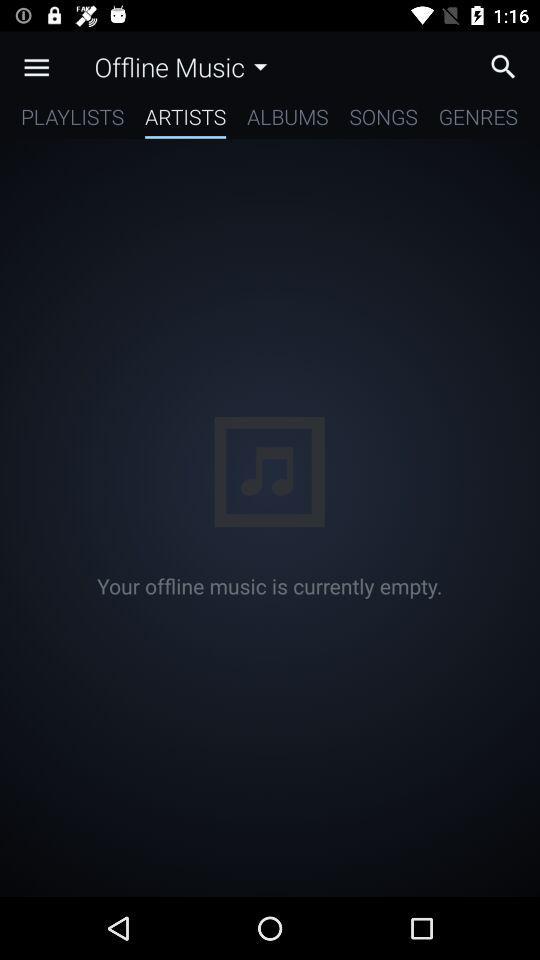 The image size is (540, 960). What do you see at coordinates (185, 120) in the screenshot?
I see `the item next to the albums item` at bounding box center [185, 120].